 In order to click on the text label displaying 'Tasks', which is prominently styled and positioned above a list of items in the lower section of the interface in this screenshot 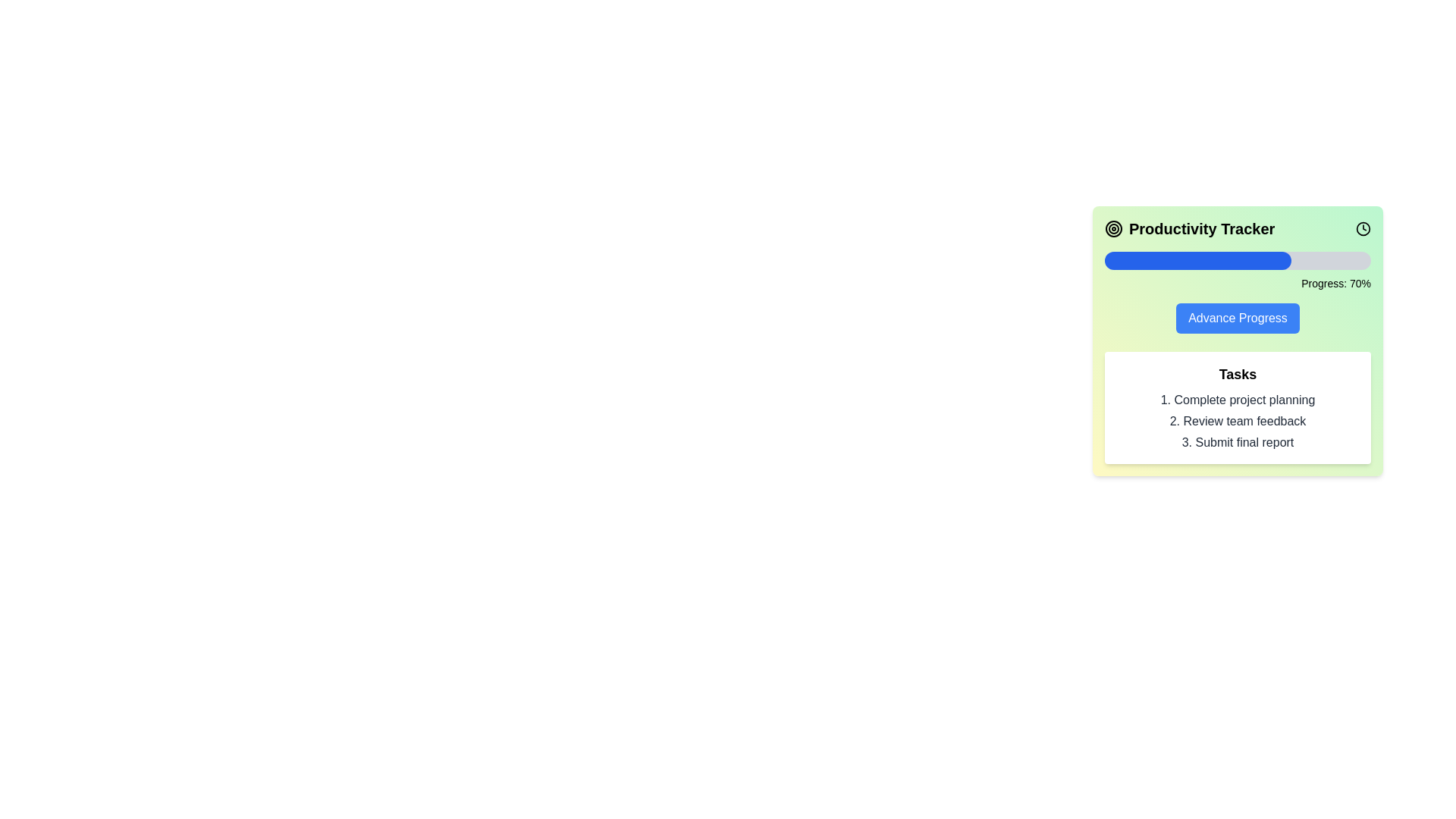, I will do `click(1238, 374)`.